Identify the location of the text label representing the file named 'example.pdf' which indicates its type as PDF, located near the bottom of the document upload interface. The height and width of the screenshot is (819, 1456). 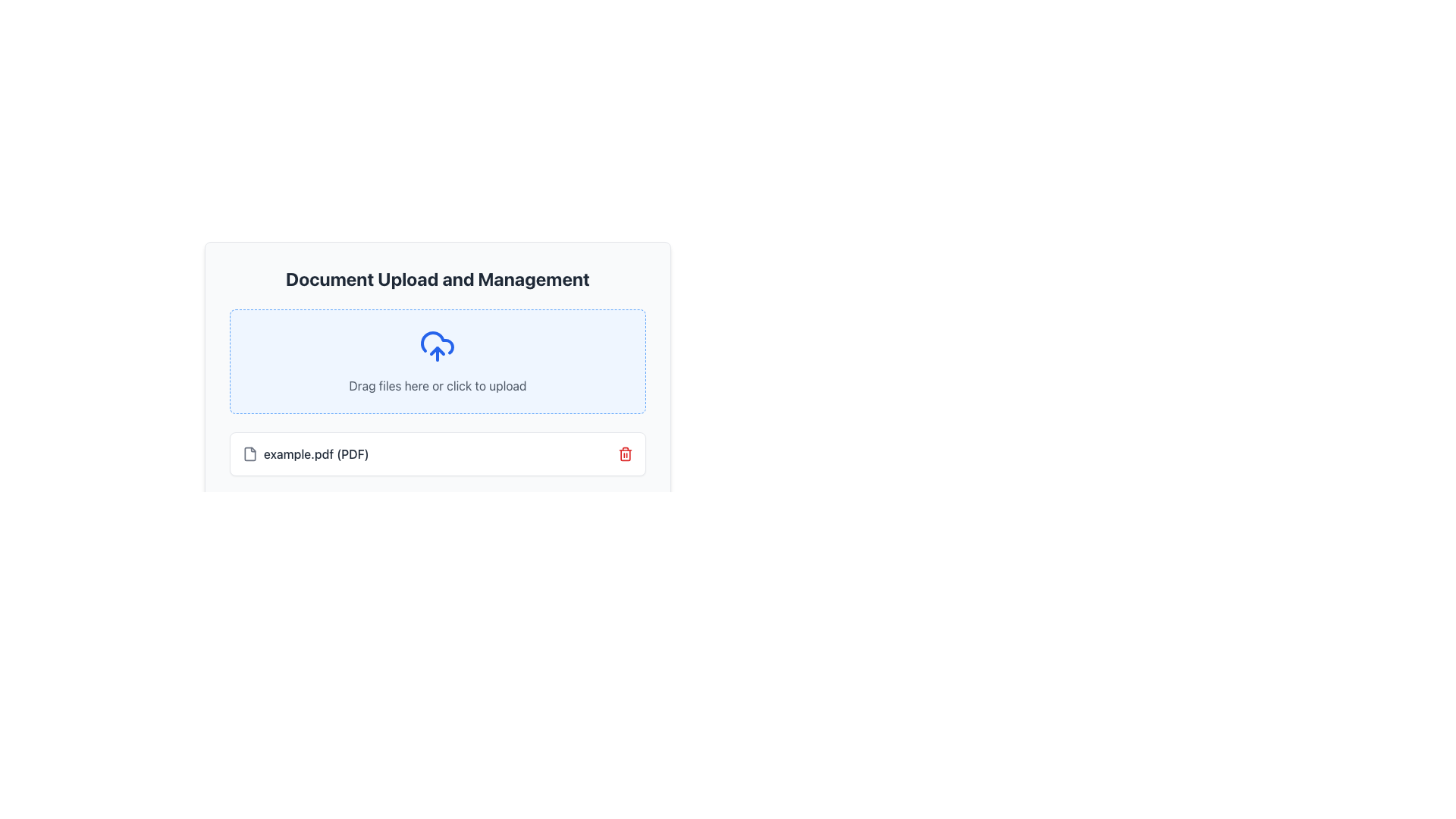
(315, 453).